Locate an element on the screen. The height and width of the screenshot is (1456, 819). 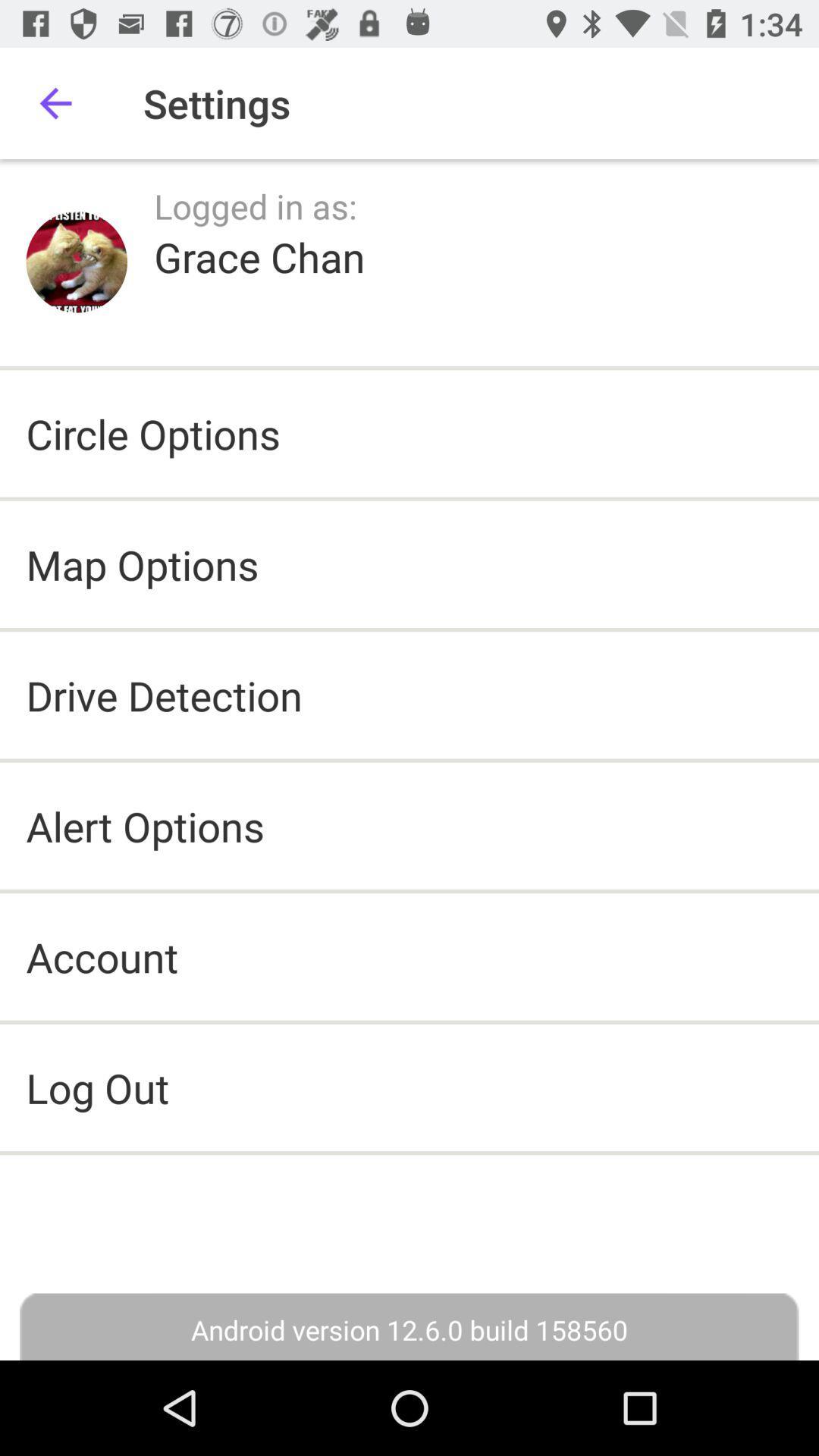
the grace chan icon is located at coordinates (259, 256).